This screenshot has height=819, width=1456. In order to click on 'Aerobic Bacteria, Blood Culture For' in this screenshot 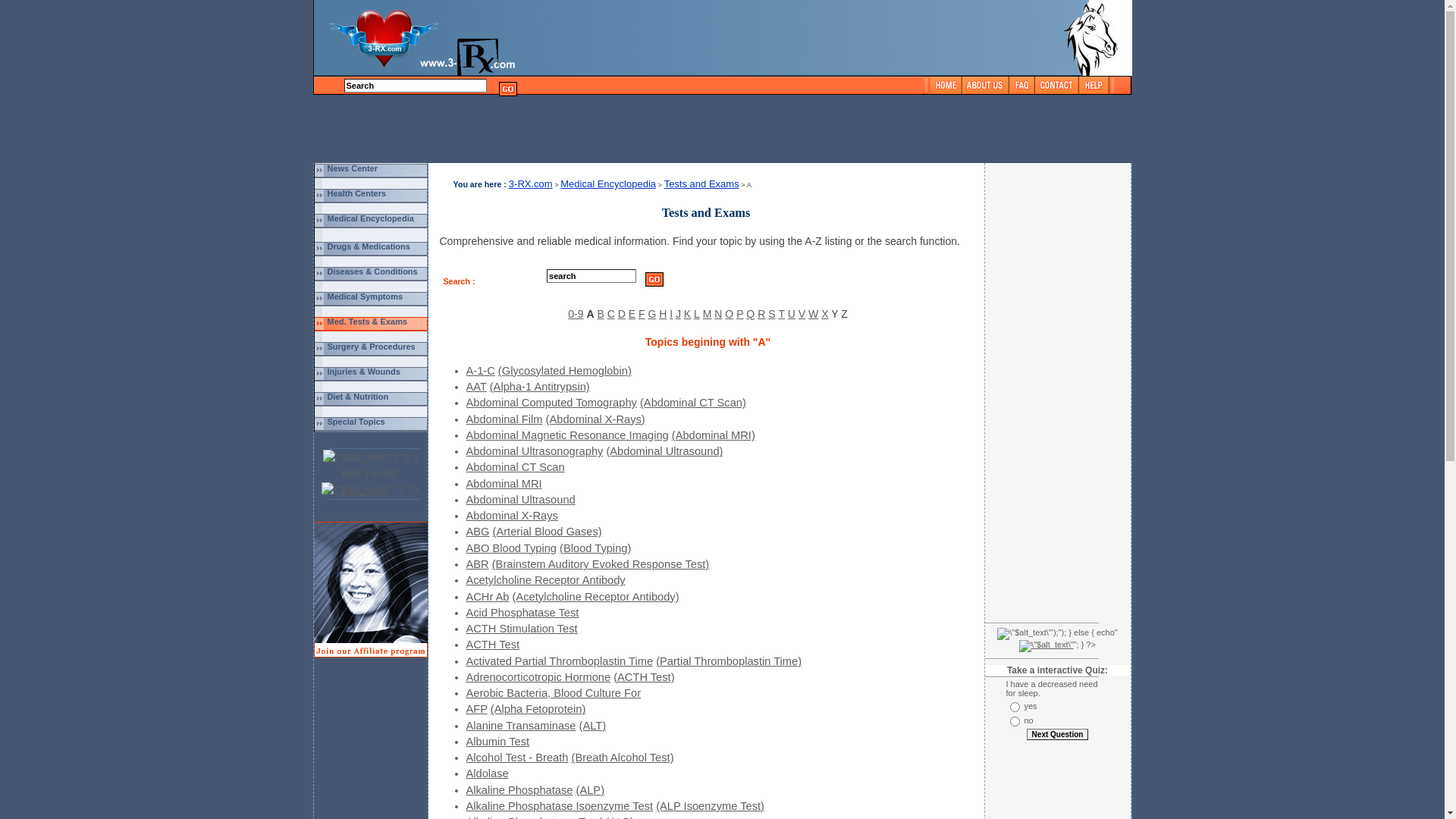, I will do `click(552, 693)`.